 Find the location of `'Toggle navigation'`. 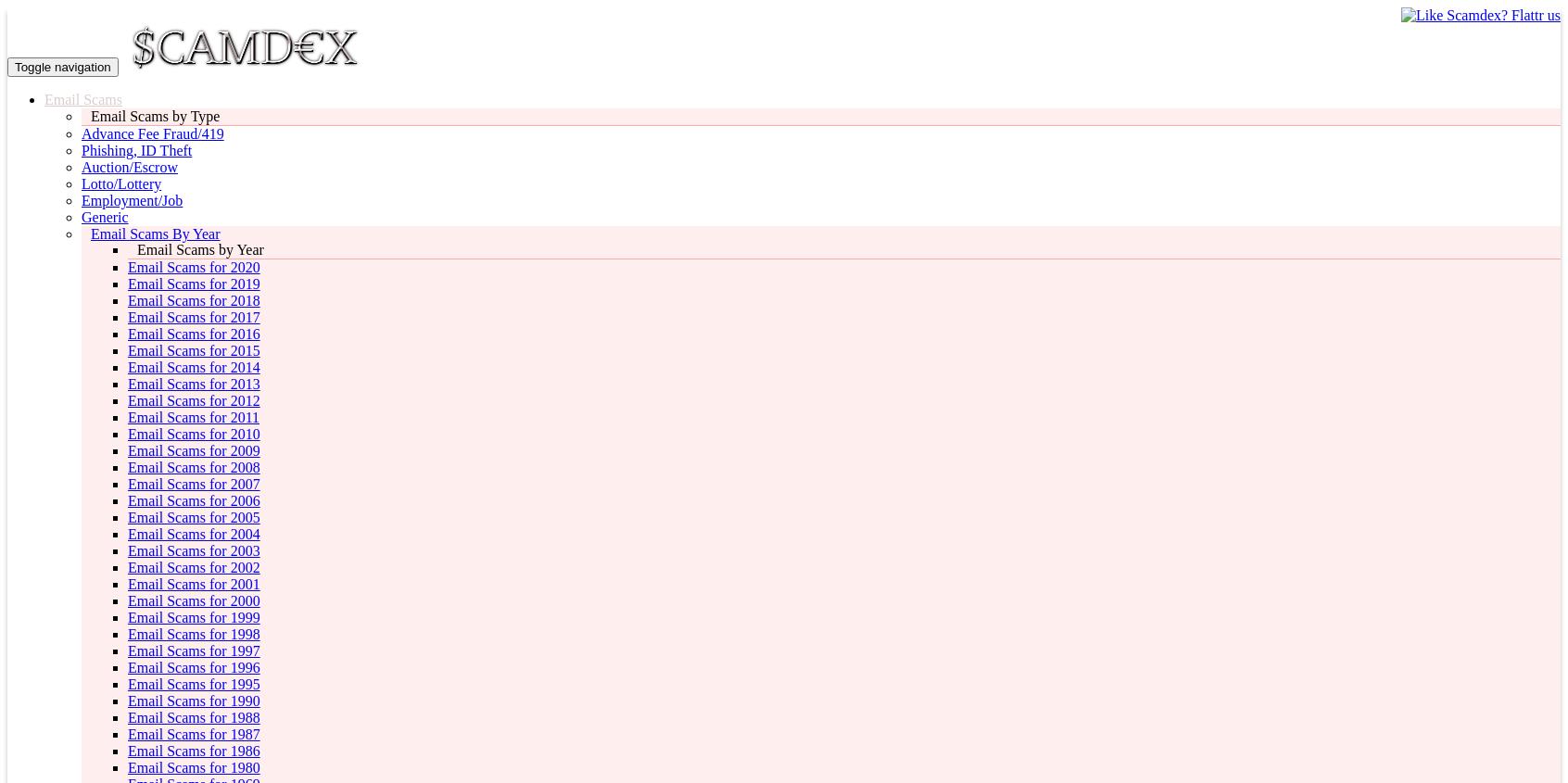

'Toggle navigation' is located at coordinates (61, 66).